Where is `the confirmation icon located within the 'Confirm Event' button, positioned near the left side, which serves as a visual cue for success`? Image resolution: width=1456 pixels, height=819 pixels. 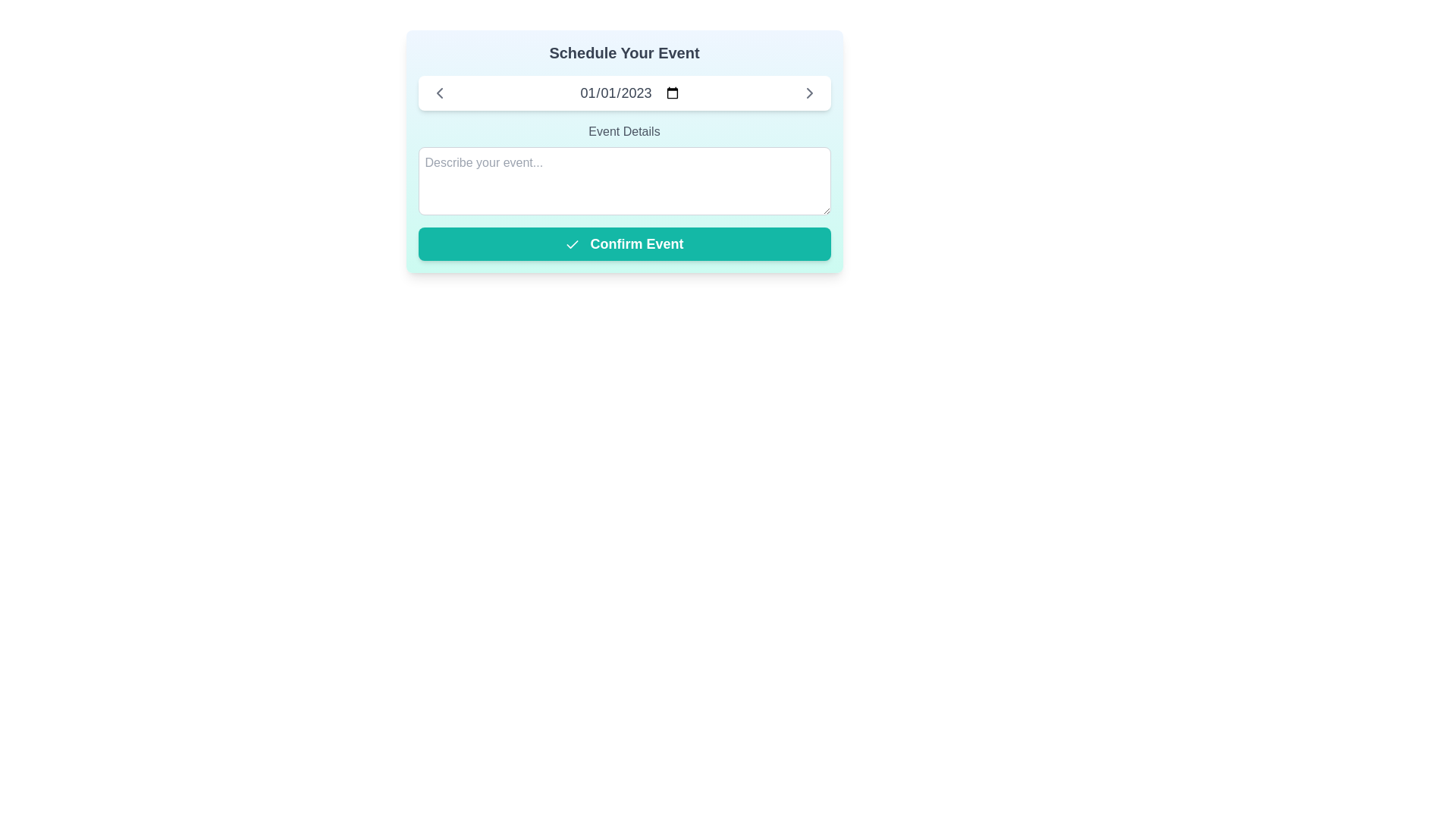 the confirmation icon located within the 'Confirm Event' button, positioned near the left side, which serves as a visual cue for success is located at coordinates (572, 243).